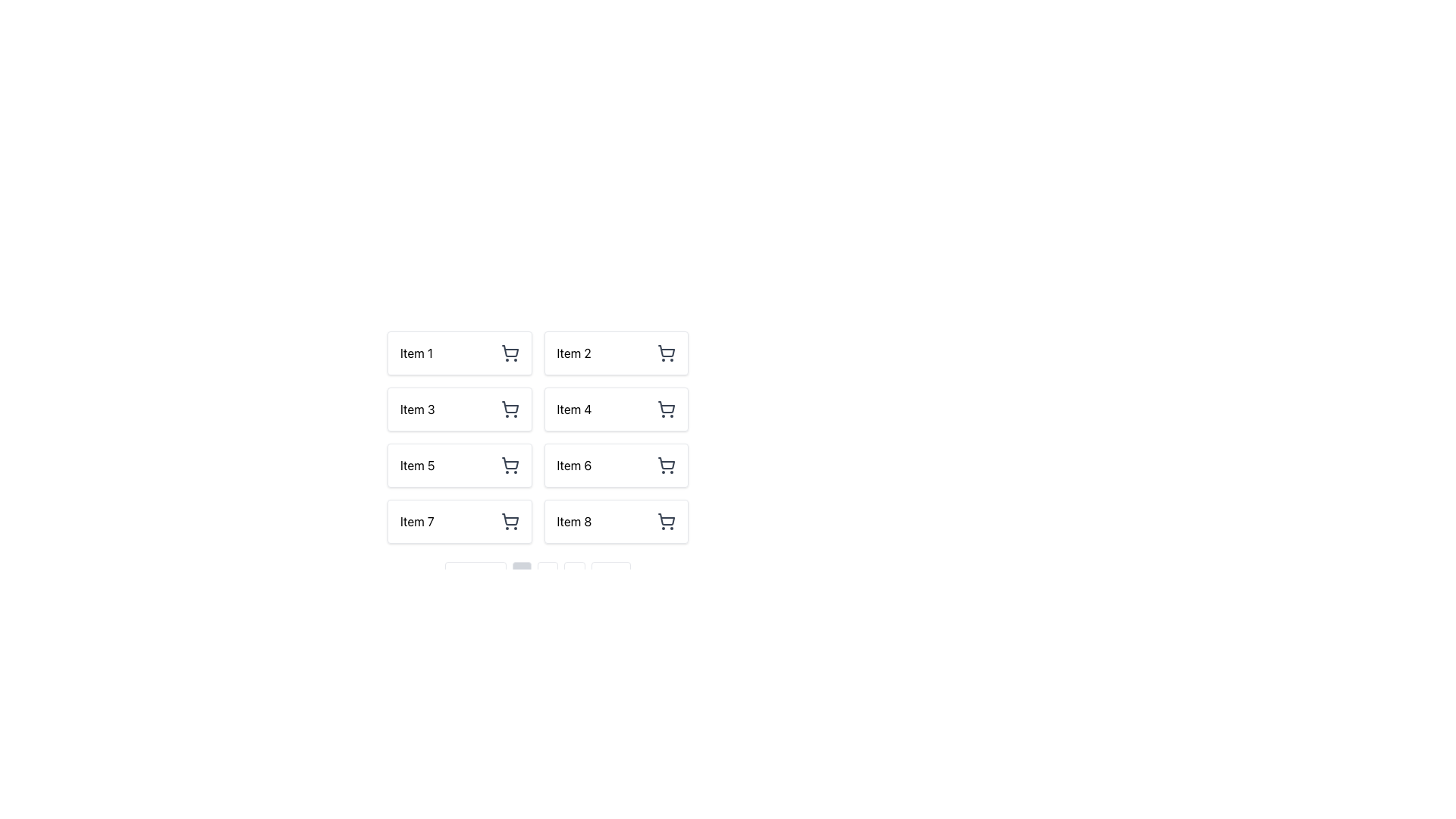 The image size is (1456, 819). I want to click on the pagination button that navigates to the third page of content, located in the horizontal navigation bar at the bottom of the interface, so click(574, 578).